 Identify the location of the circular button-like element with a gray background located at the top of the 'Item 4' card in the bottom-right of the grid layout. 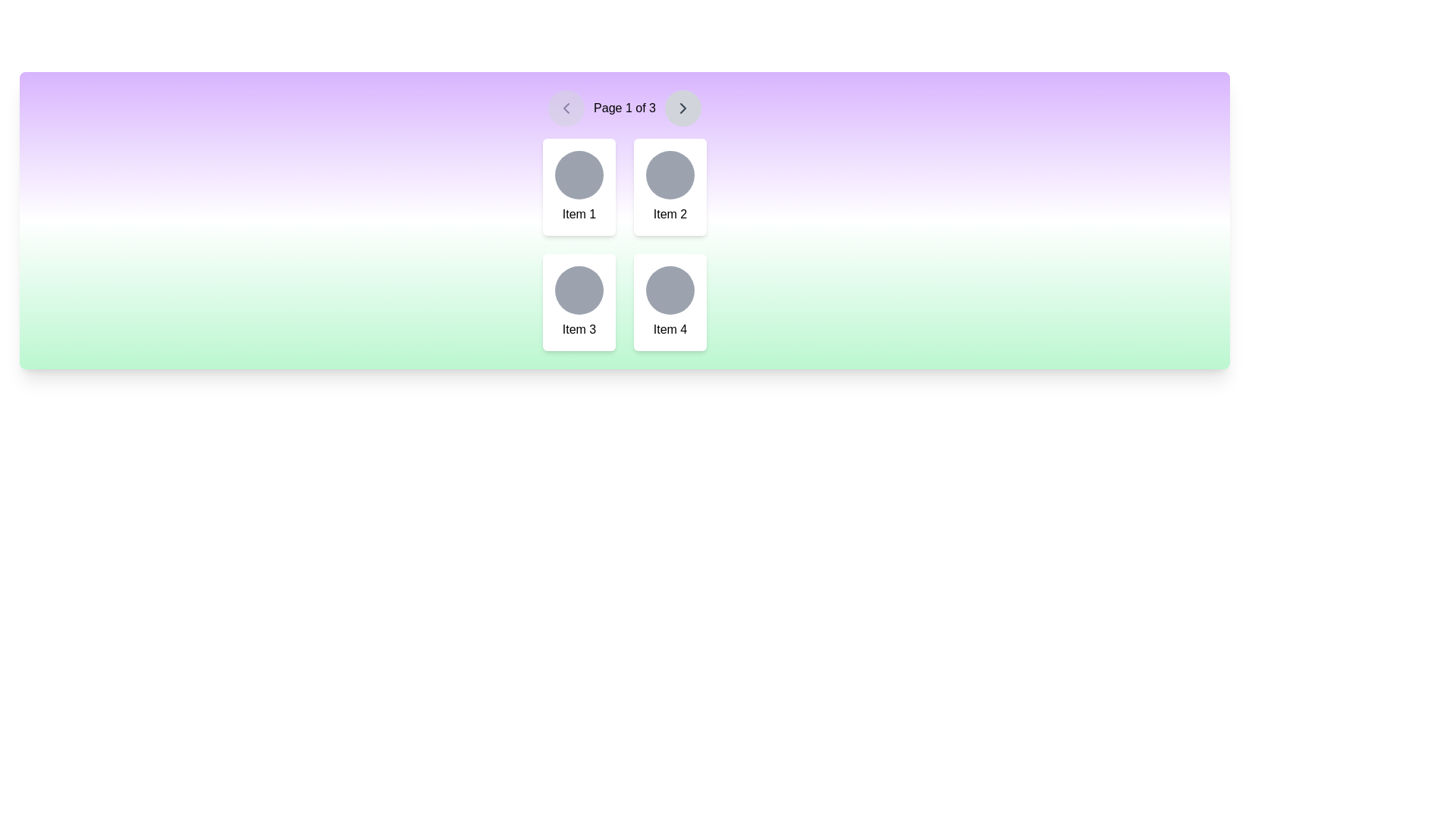
(669, 290).